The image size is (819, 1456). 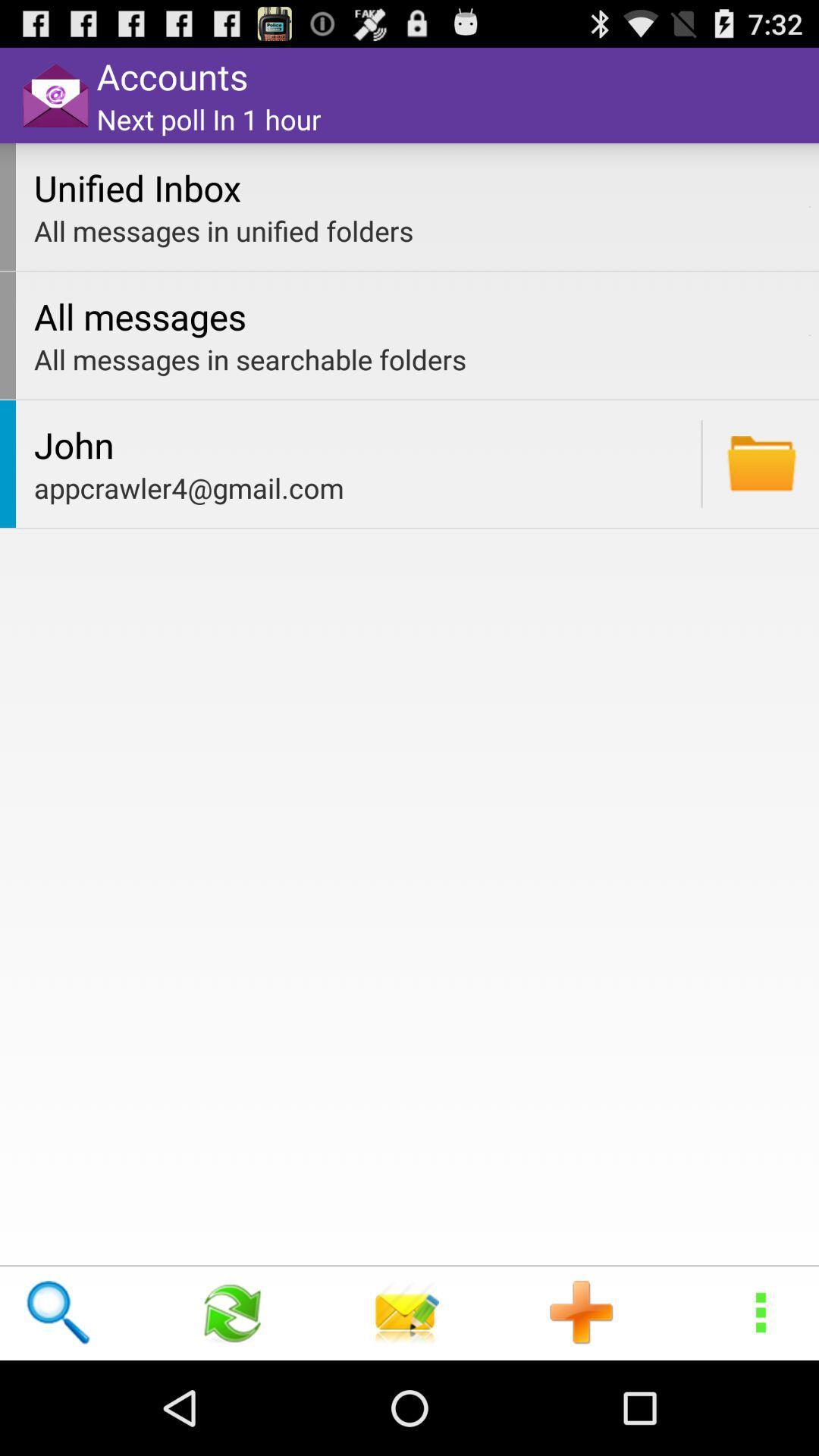 What do you see at coordinates (761, 463) in the screenshot?
I see `open mail` at bounding box center [761, 463].